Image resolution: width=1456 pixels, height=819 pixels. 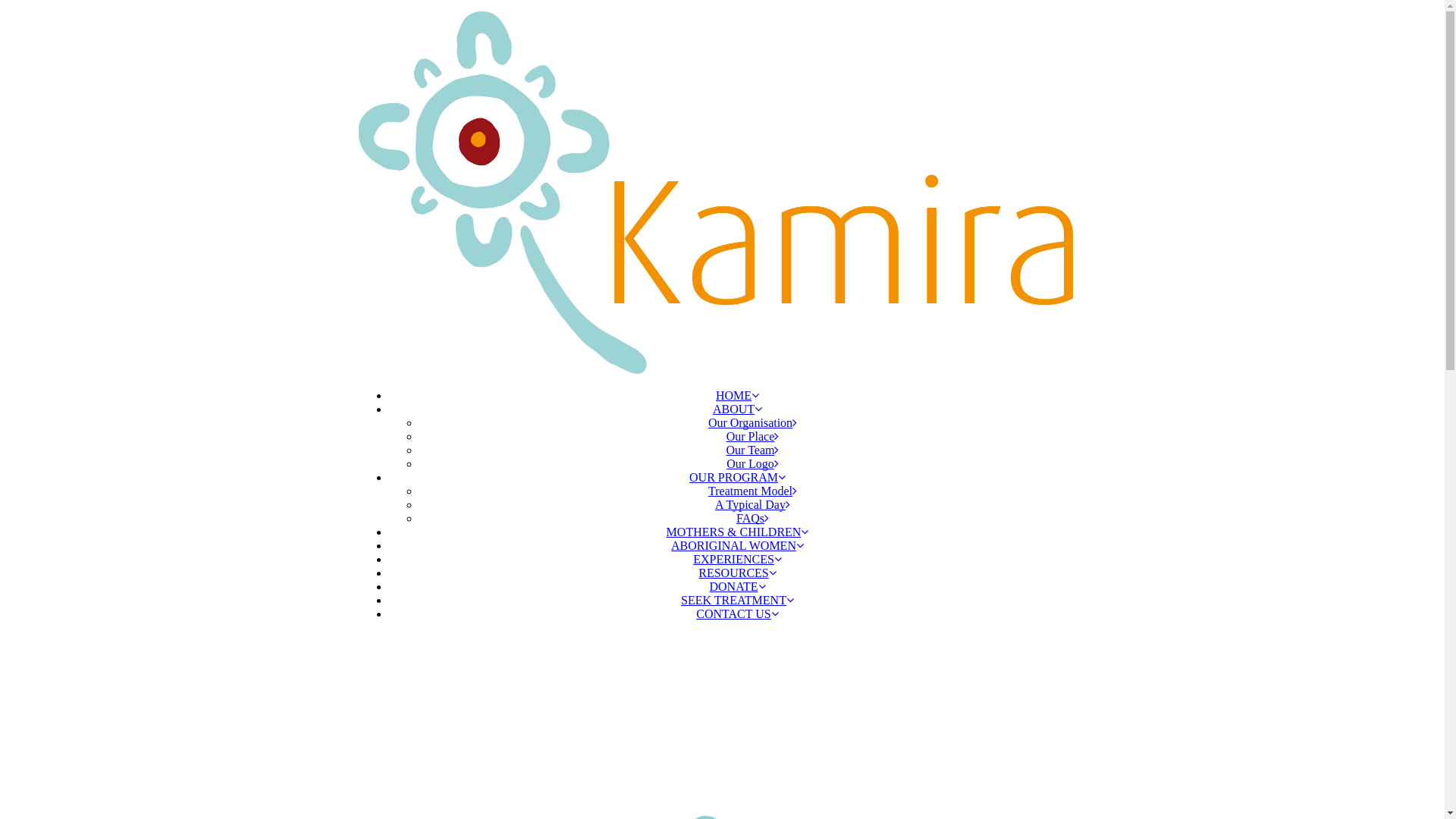 What do you see at coordinates (737, 544) in the screenshot?
I see `'ABORIGINAL WOMEN'` at bounding box center [737, 544].